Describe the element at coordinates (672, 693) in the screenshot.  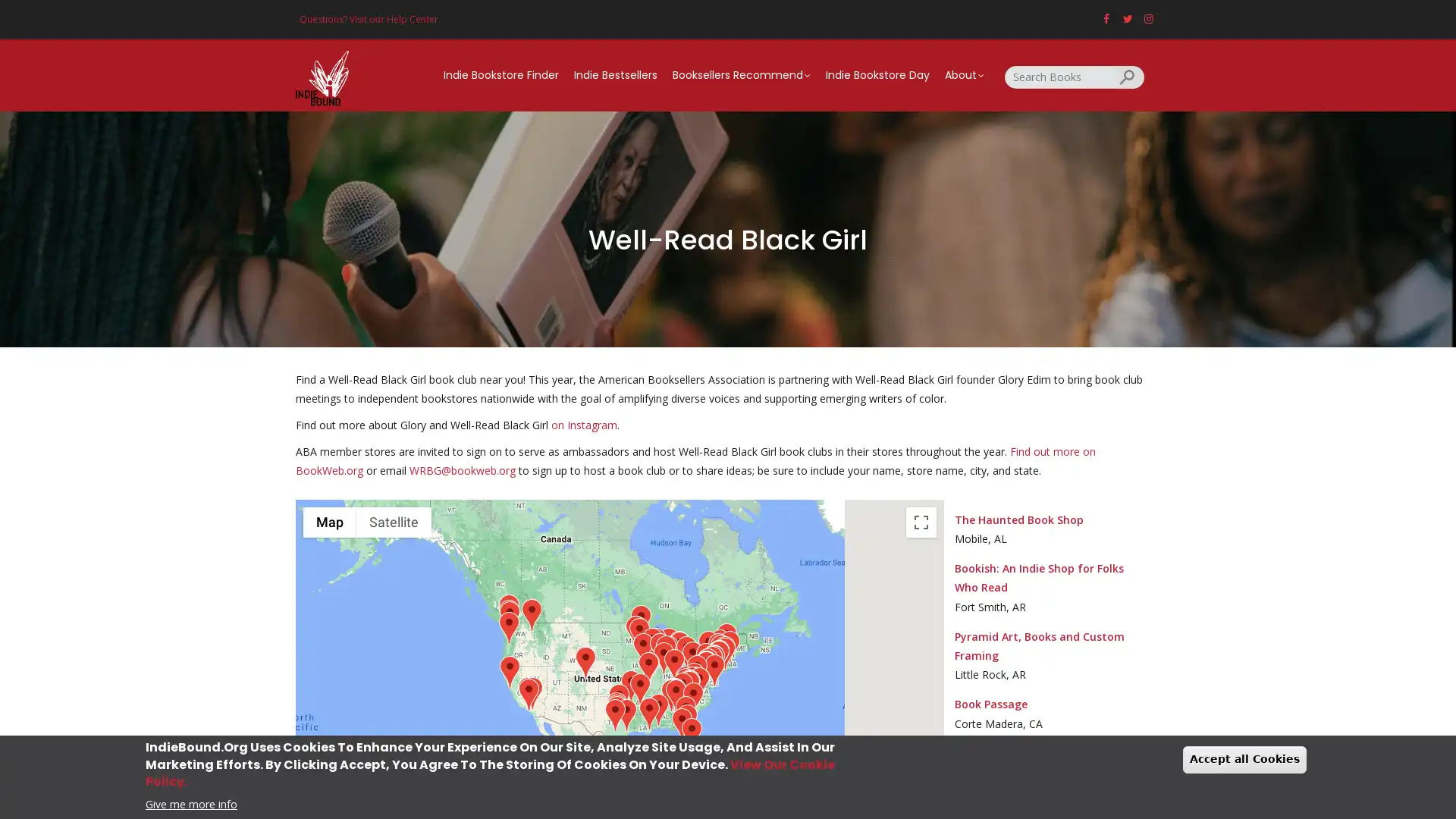
I see `The Book House (GA)` at that location.